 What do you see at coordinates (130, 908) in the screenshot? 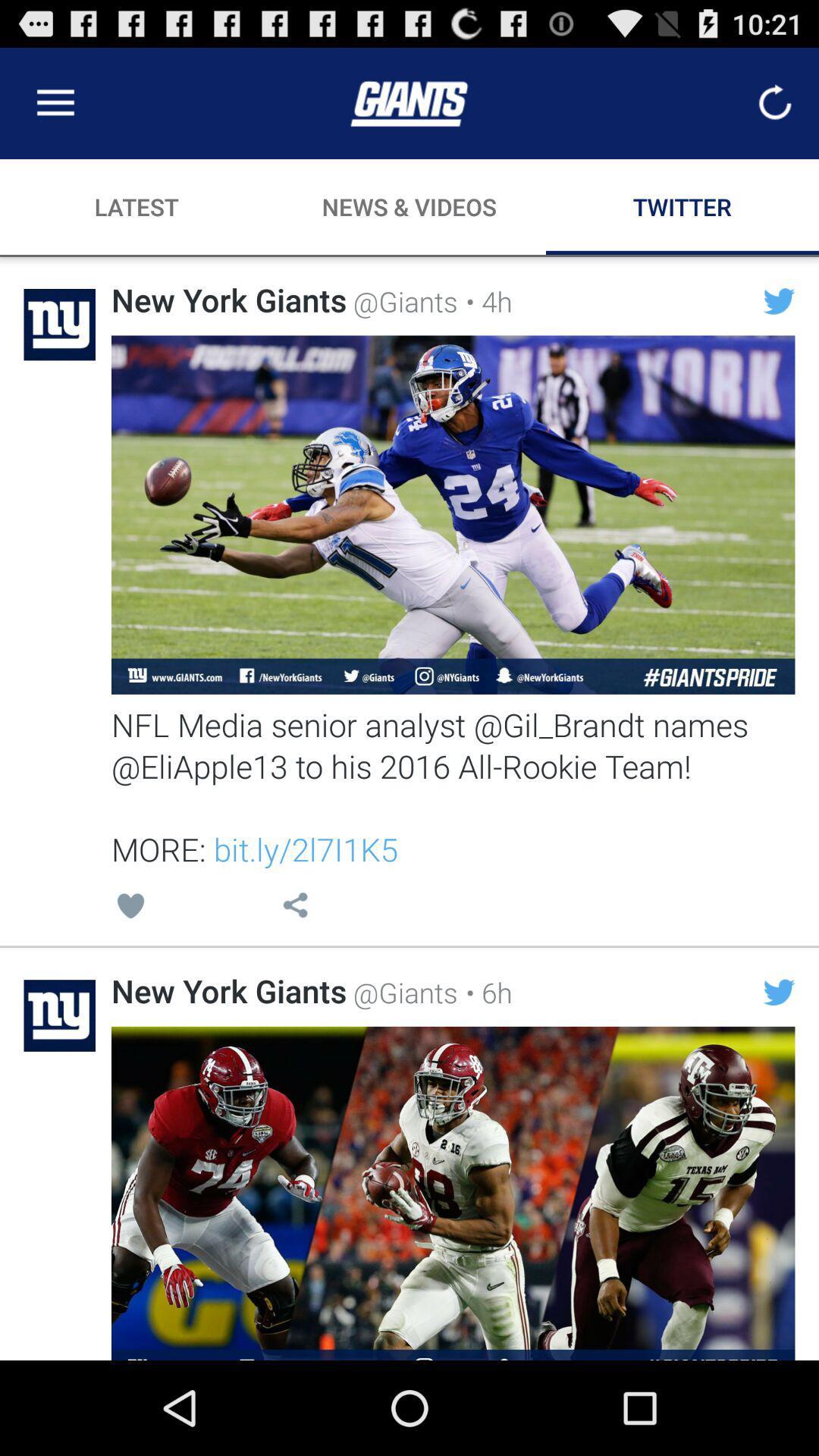
I see `the icon on the left` at bounding box center [130, 908].